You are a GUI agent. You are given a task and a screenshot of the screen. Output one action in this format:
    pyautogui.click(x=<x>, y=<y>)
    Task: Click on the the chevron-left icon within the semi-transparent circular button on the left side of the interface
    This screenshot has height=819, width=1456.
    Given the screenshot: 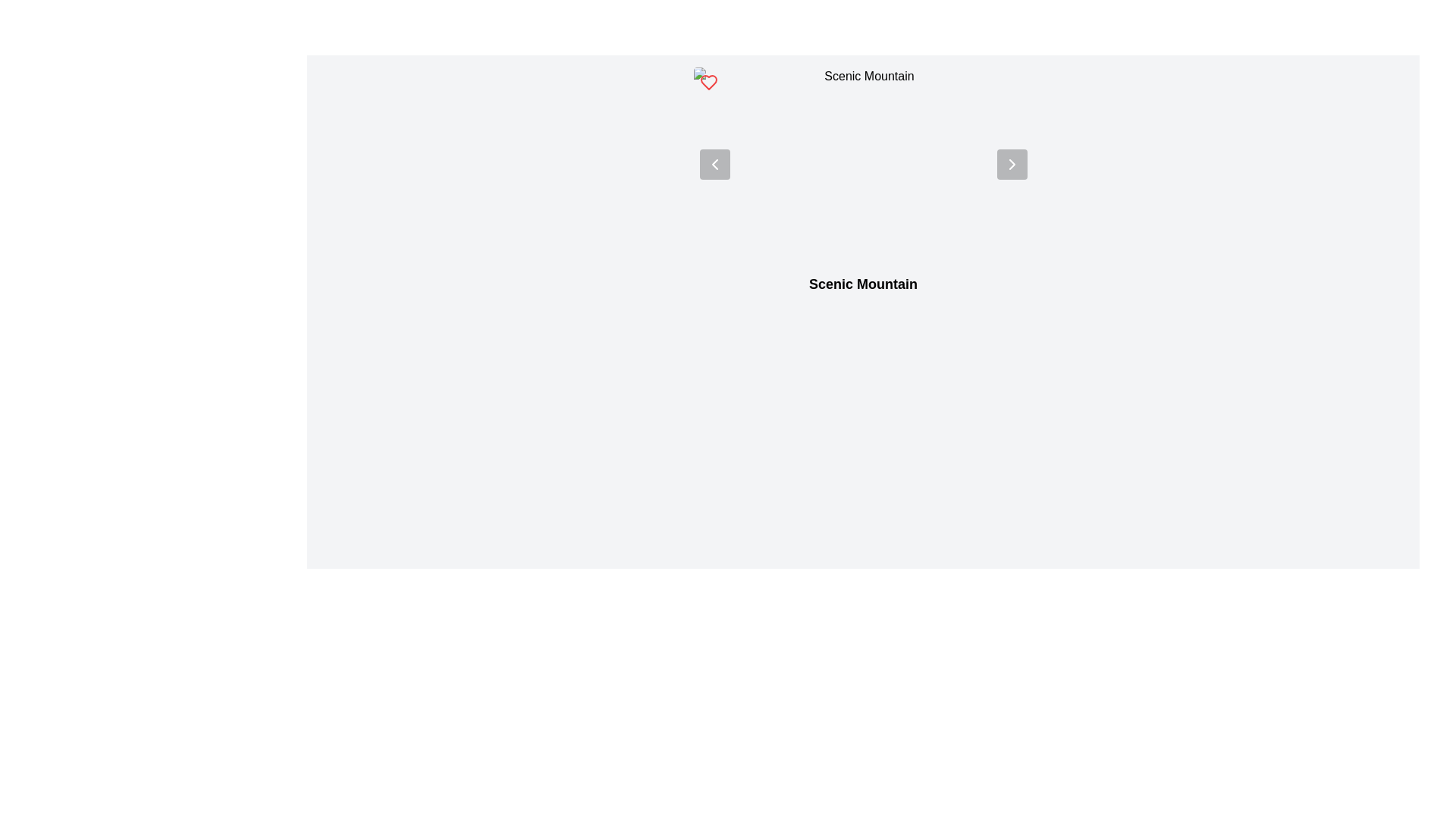 What is the action you would take?
    pyautogui.click(x=714, y=164)
    